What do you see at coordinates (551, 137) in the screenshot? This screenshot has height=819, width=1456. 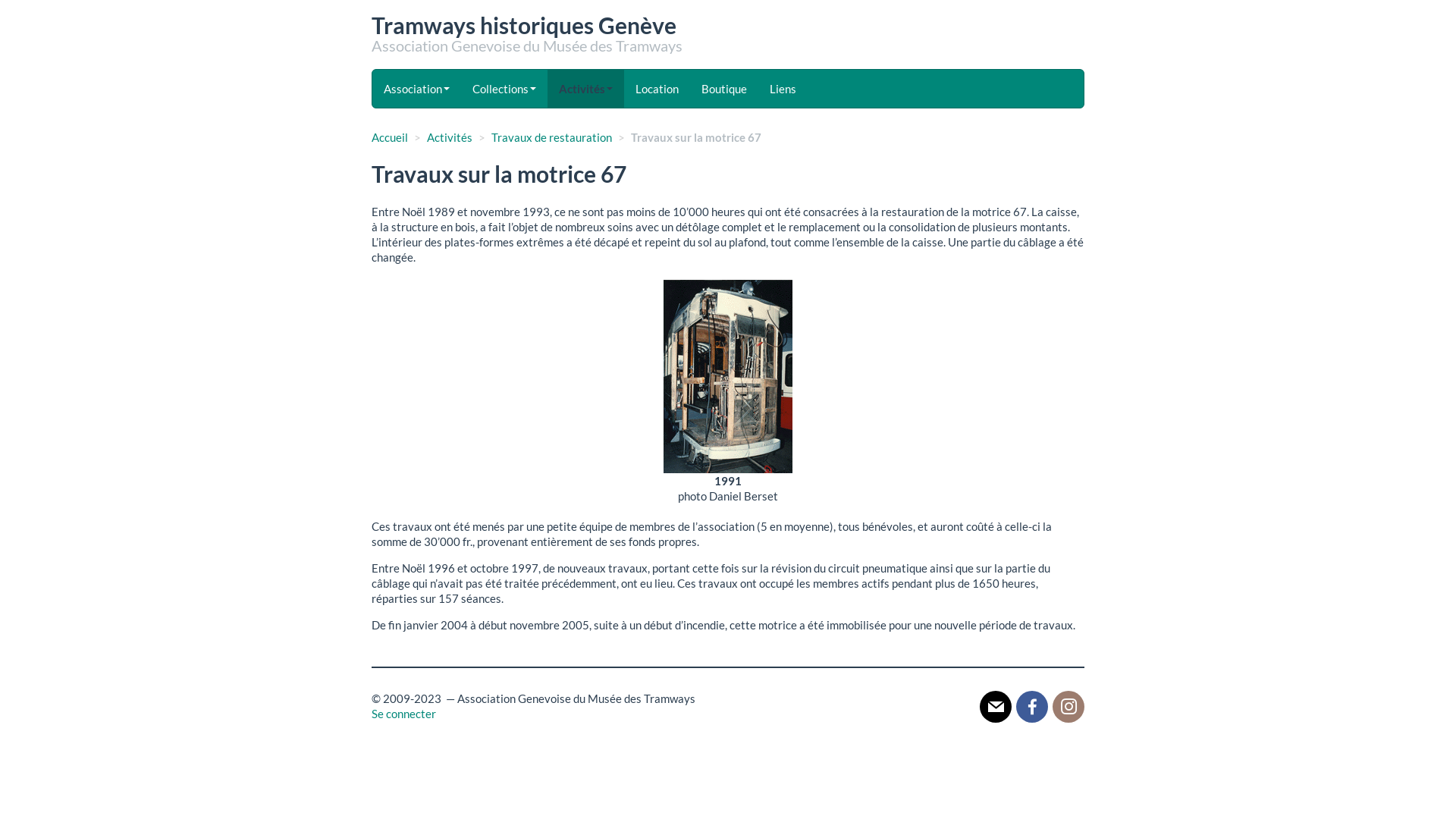 I see `'Travaux de restauration'` at bounding box center [551, 137].